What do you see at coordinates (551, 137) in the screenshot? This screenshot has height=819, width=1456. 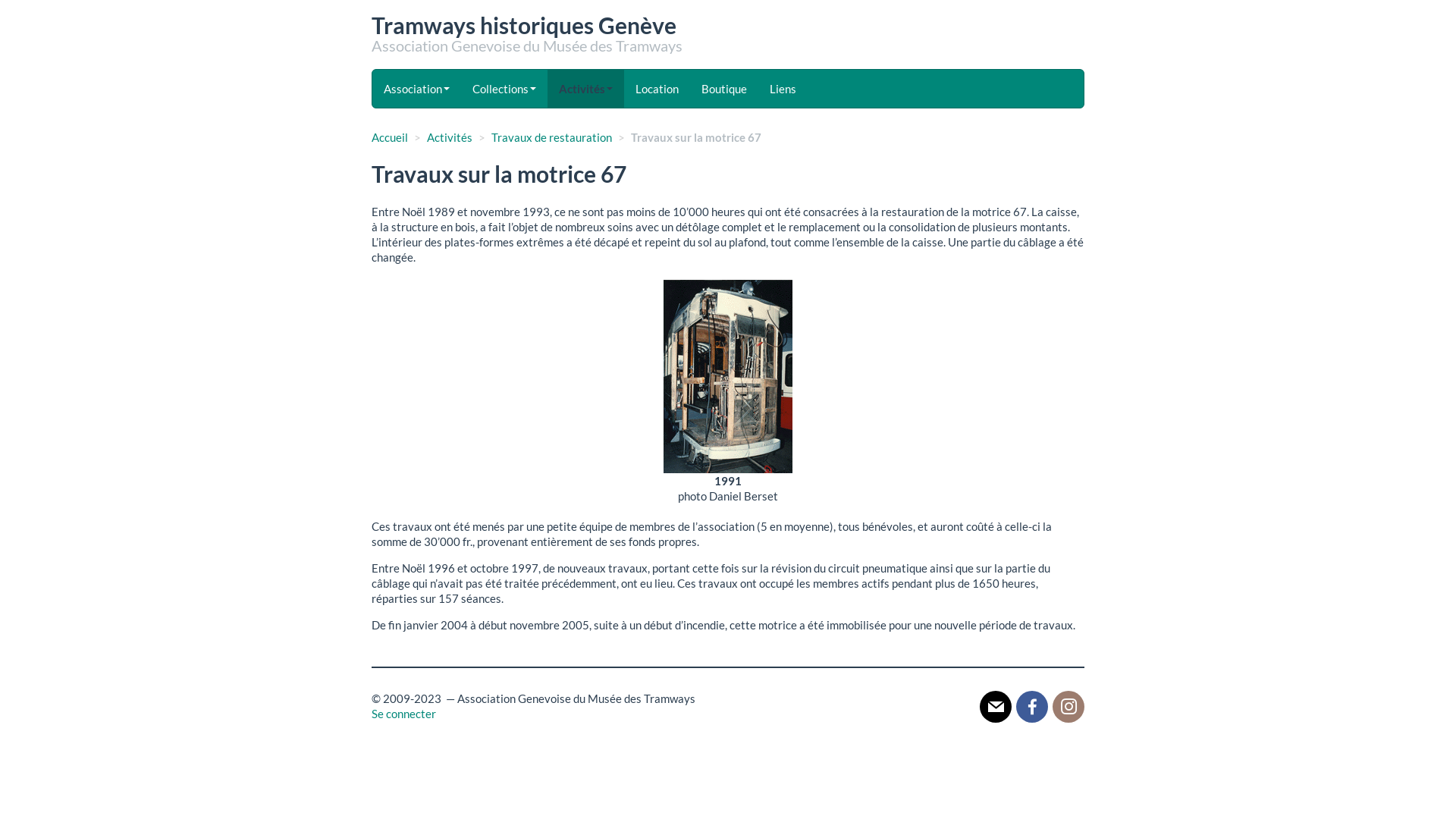 I see `'Travaux de restauration'` at bounding box center [551, 137].